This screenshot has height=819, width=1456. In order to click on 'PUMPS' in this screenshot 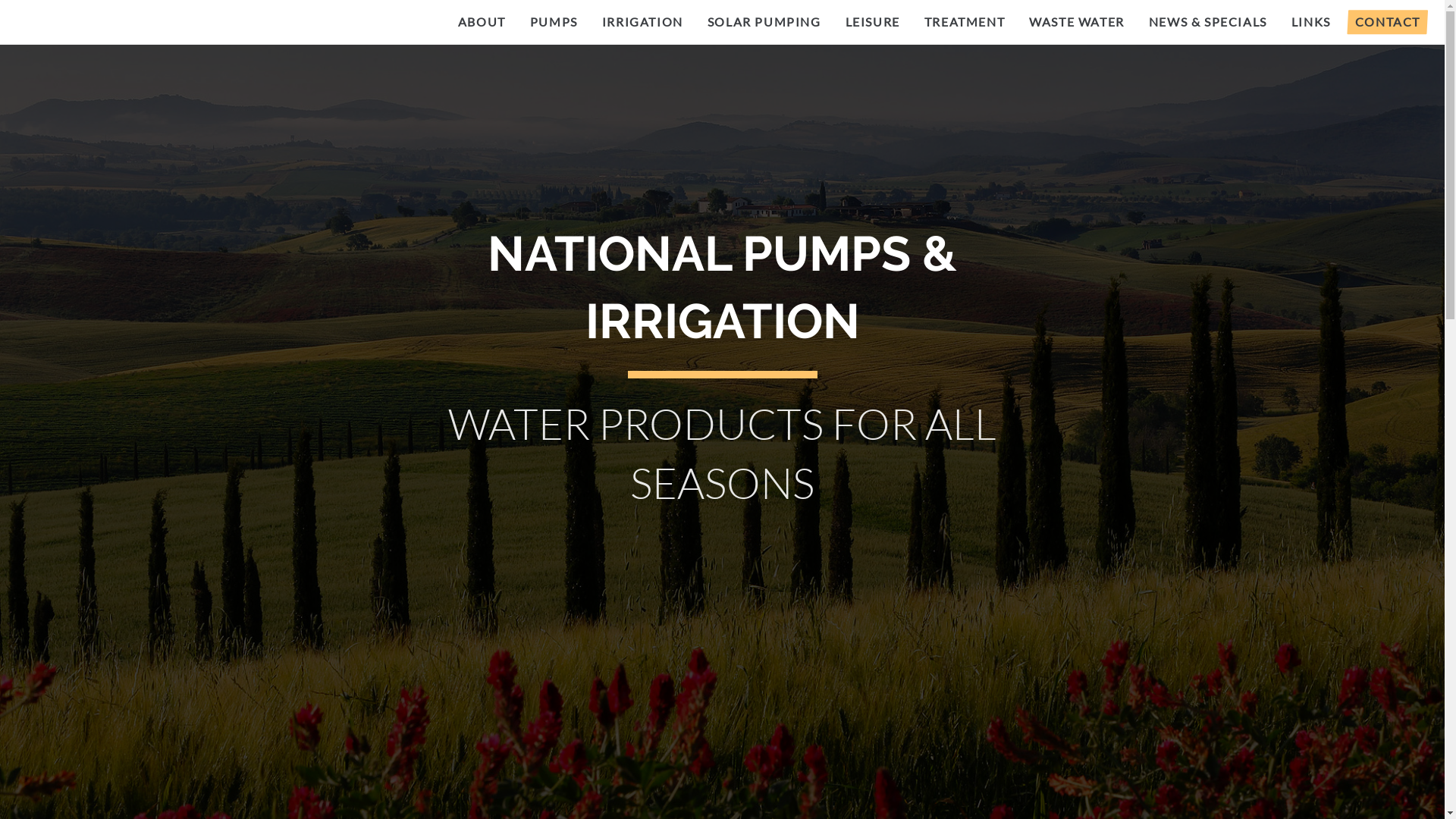, I will do `click(517, 22)`.